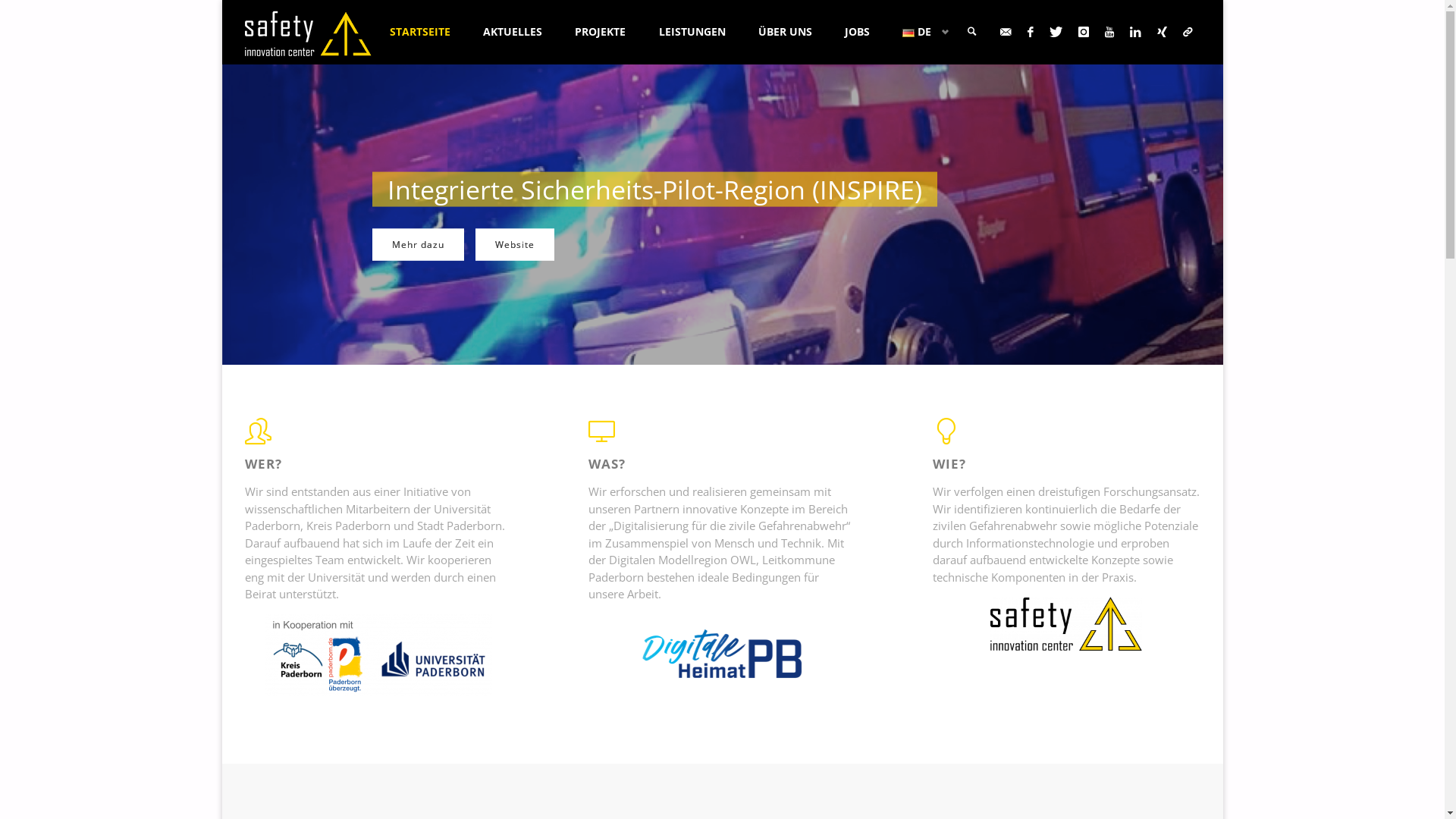 This screenshot has height=819, width=1456. What do you see at coordinates (513, 32) in the screenshot?
I see `'AKTUELLES'` at bounding box center [513, 32].